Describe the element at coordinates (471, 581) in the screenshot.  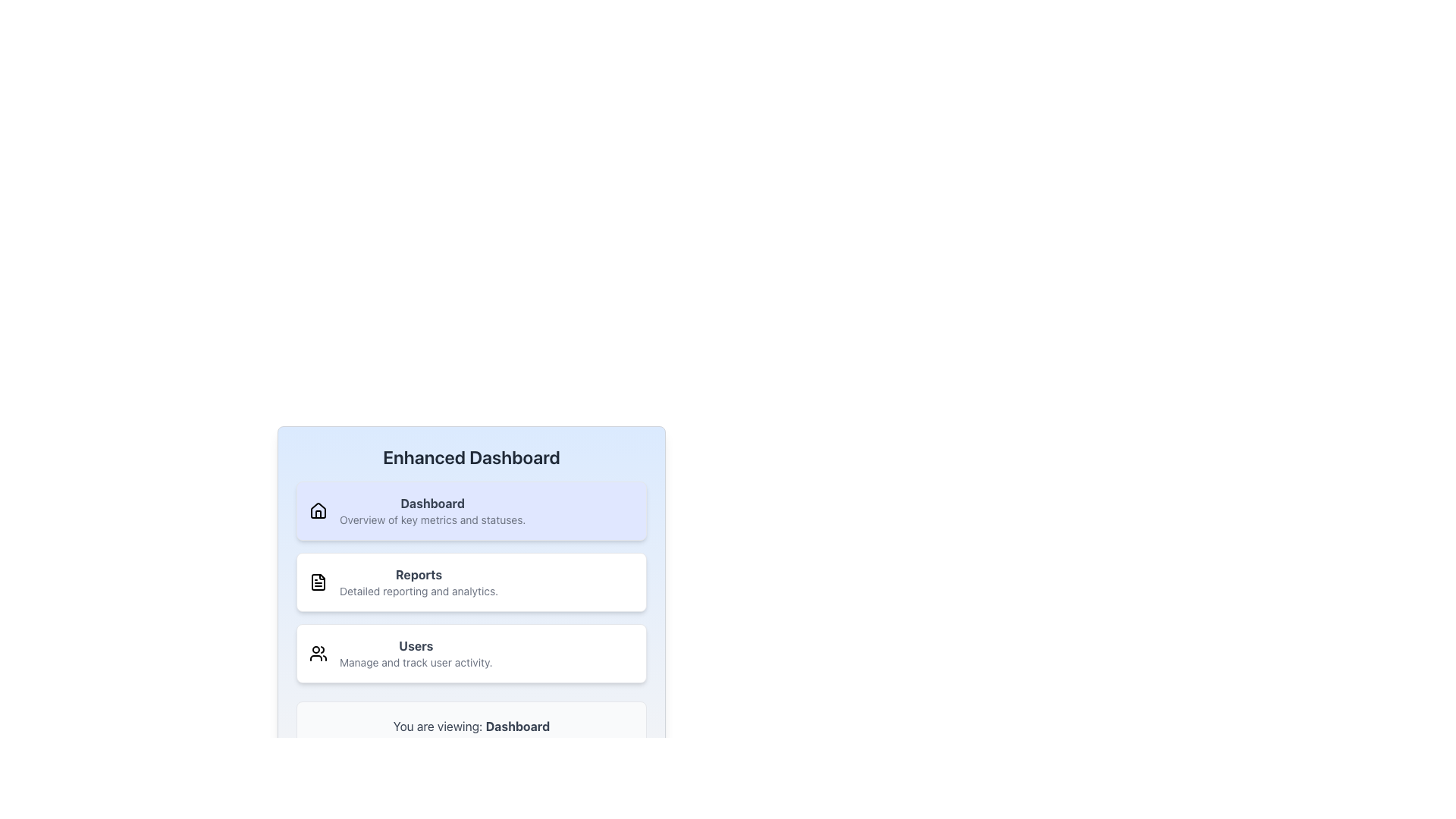
I see `the second card in the vertical layout of navigation or informational cards, which contains the Reports section, styled with rounded corners and a light background` at that location.